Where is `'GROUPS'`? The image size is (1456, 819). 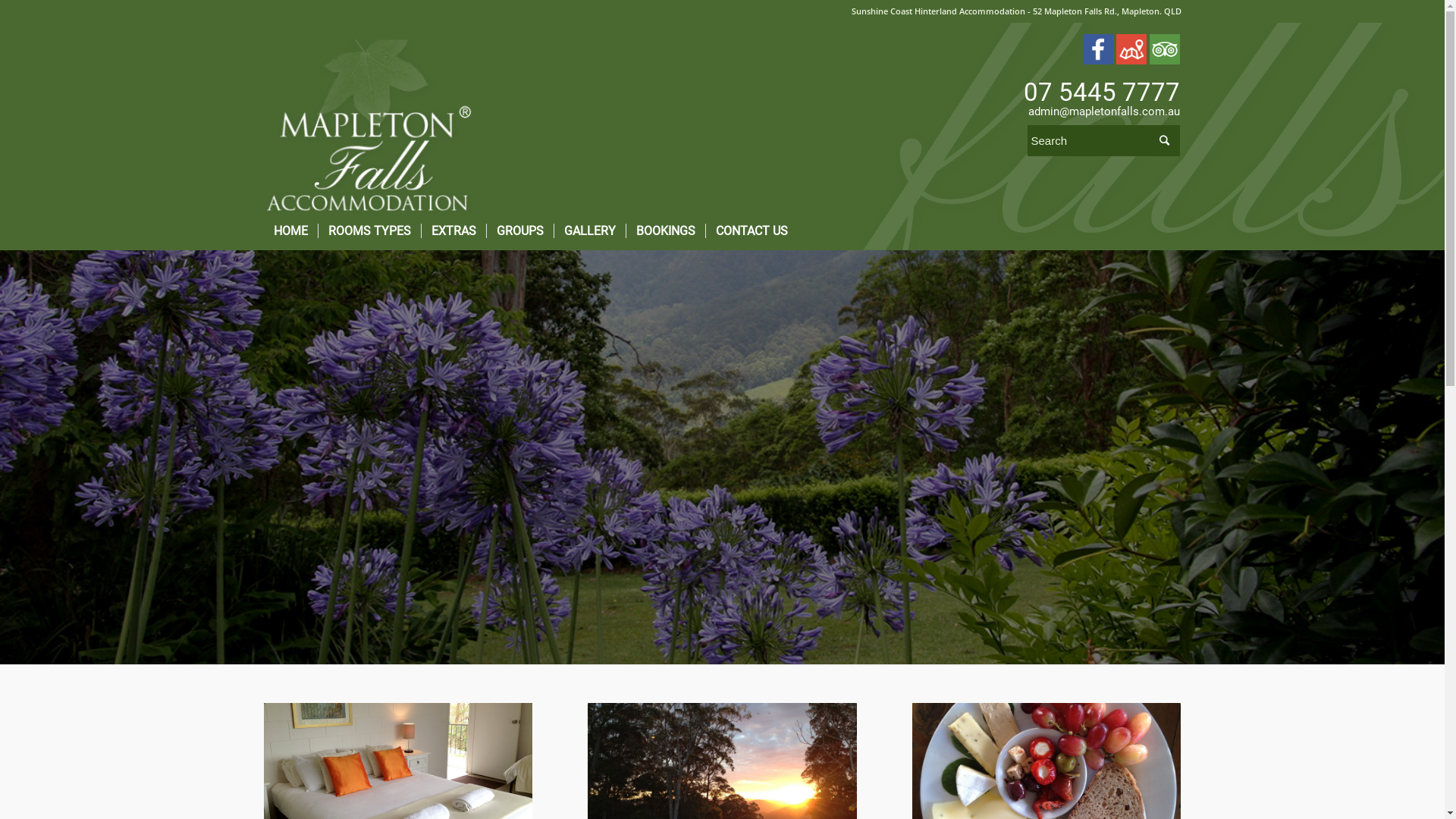 'GROUPS' is located at coordinates (519, 231).